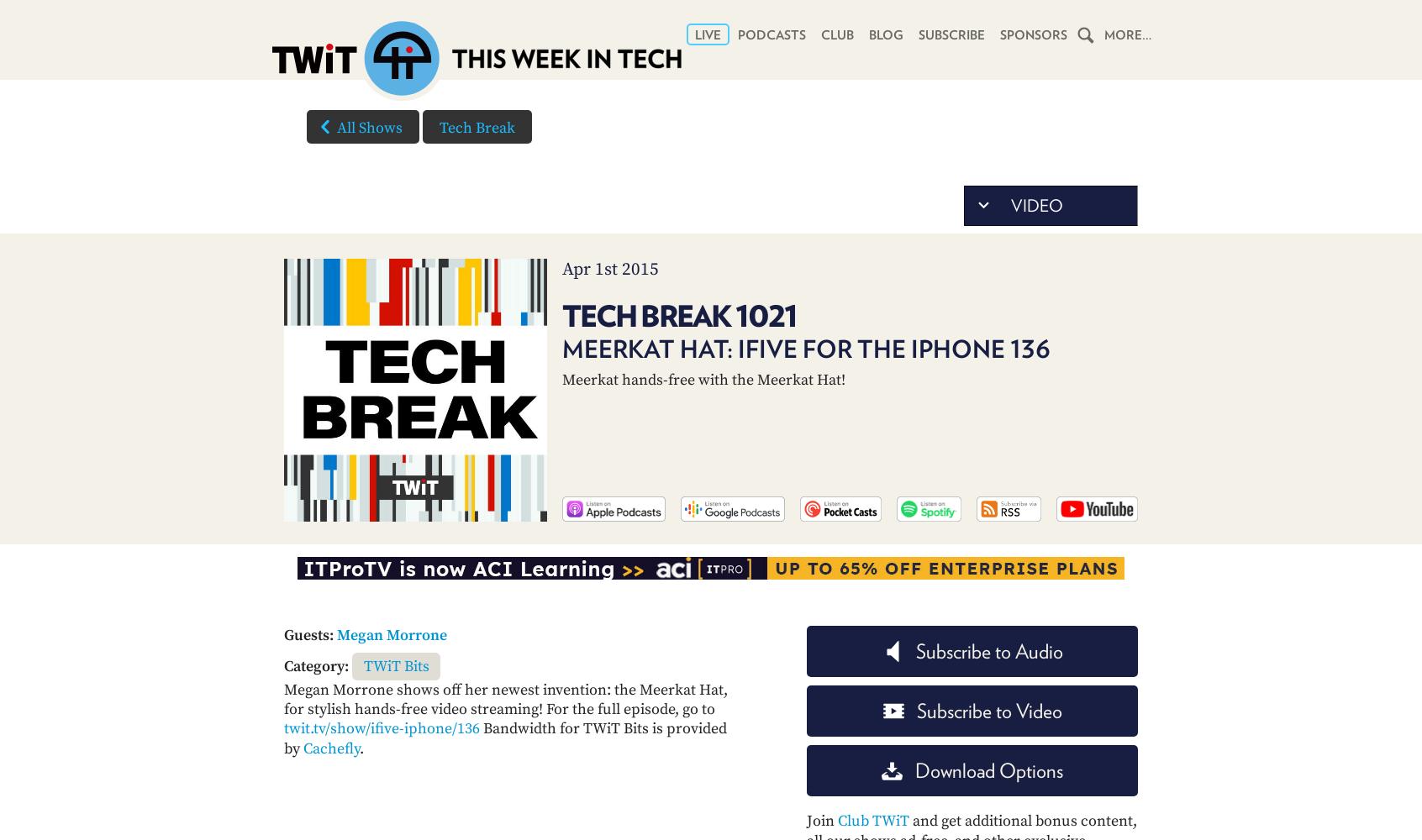 The height and width of the screenshot is (840, 1422). Describe the element at coordinates (822, 820) in the screenshot. I see `'Join'` at that location.